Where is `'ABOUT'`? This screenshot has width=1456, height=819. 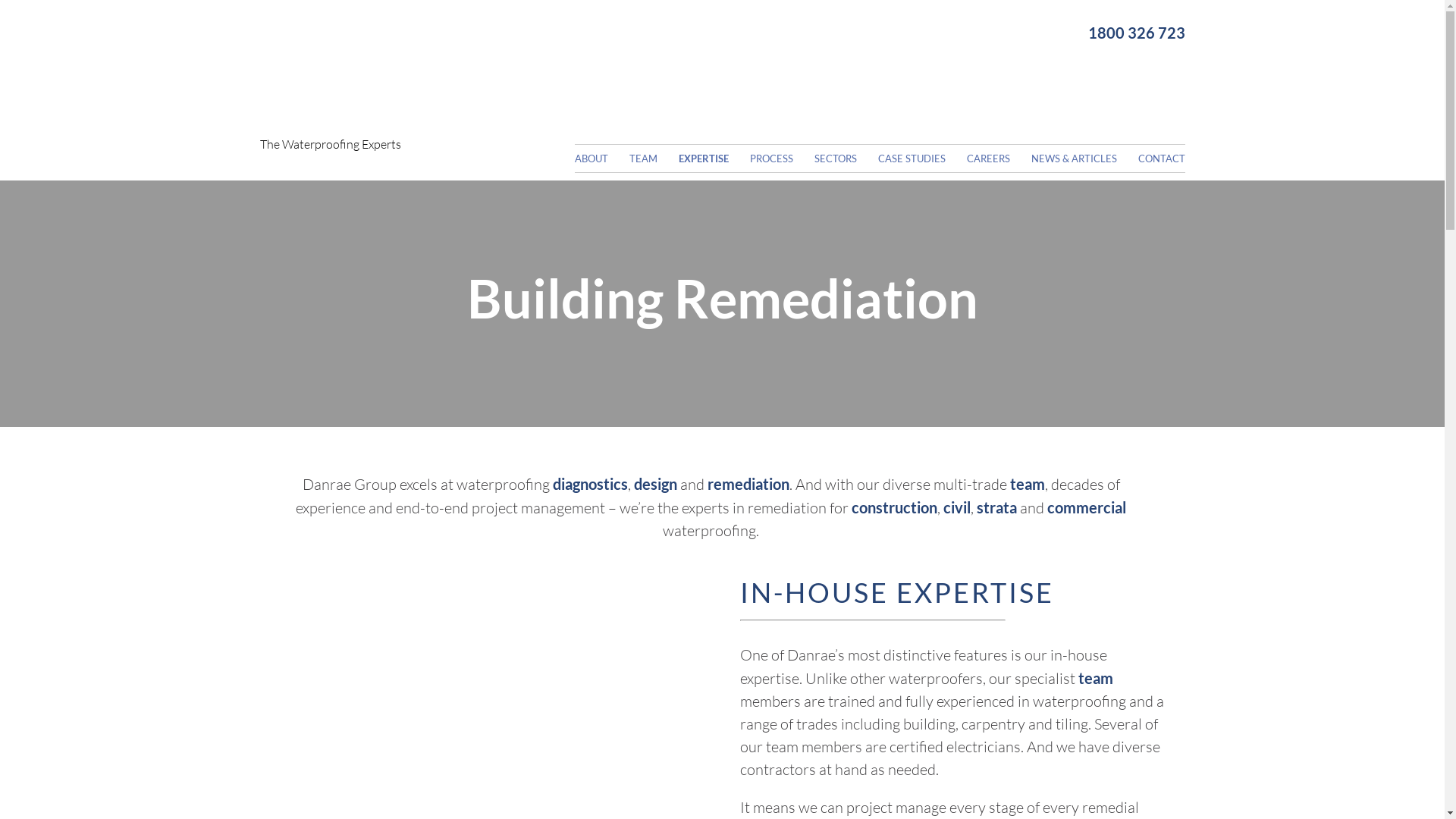 'ABOUT' is located at coordinates (600, 158).